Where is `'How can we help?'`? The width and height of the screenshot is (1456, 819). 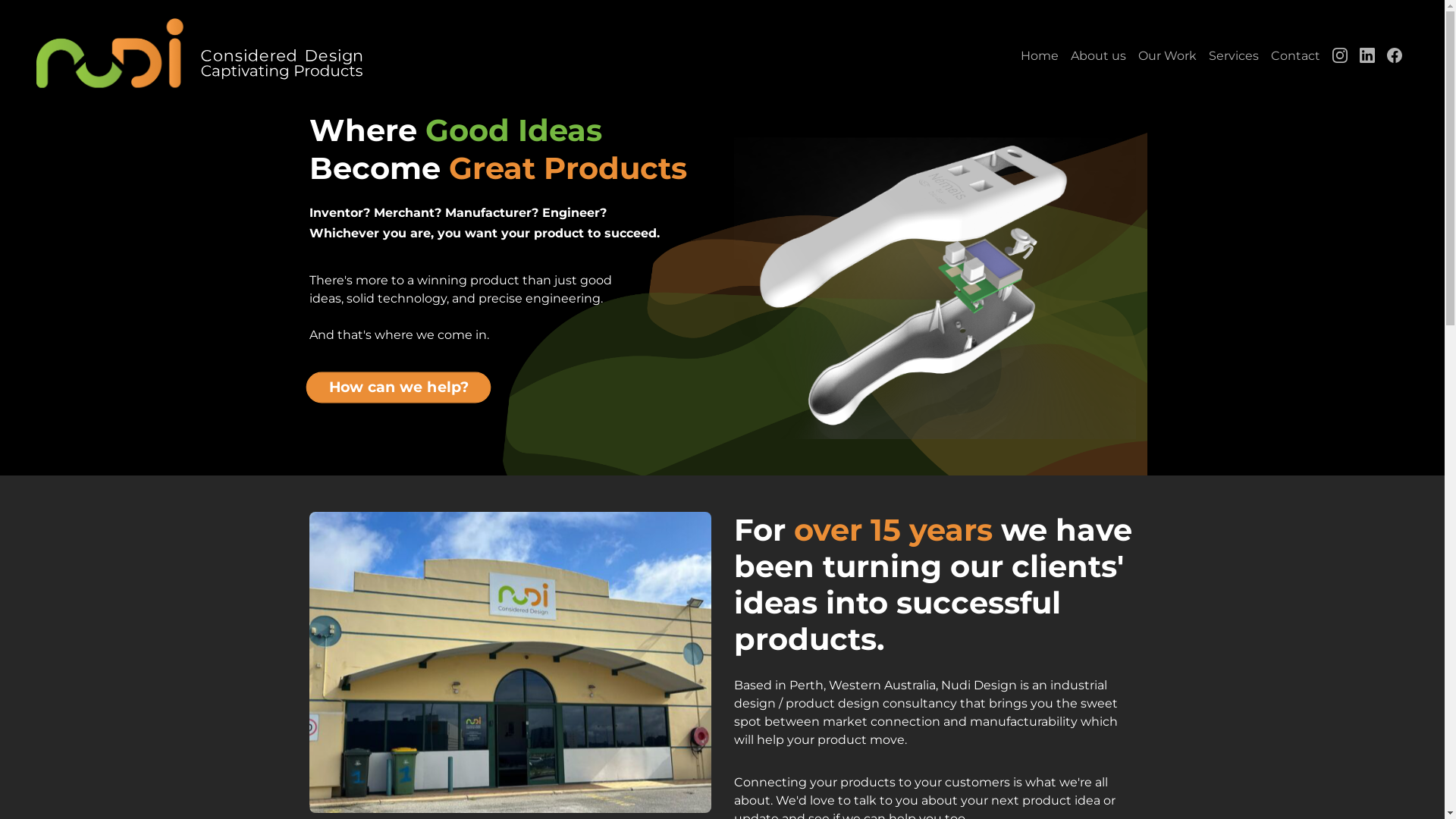 'How can we help?' is located at coordinates (305, 383).